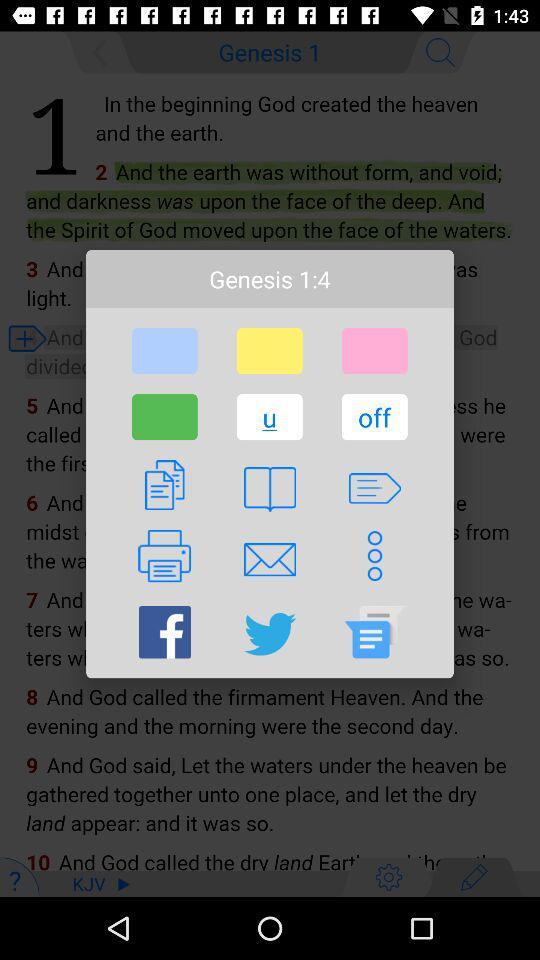 This screenshot has height=960, width=540. What do you see at coordinates (269, 416) in the screenshot?
I see `the button next to the off` at bounding box center [269, 416].